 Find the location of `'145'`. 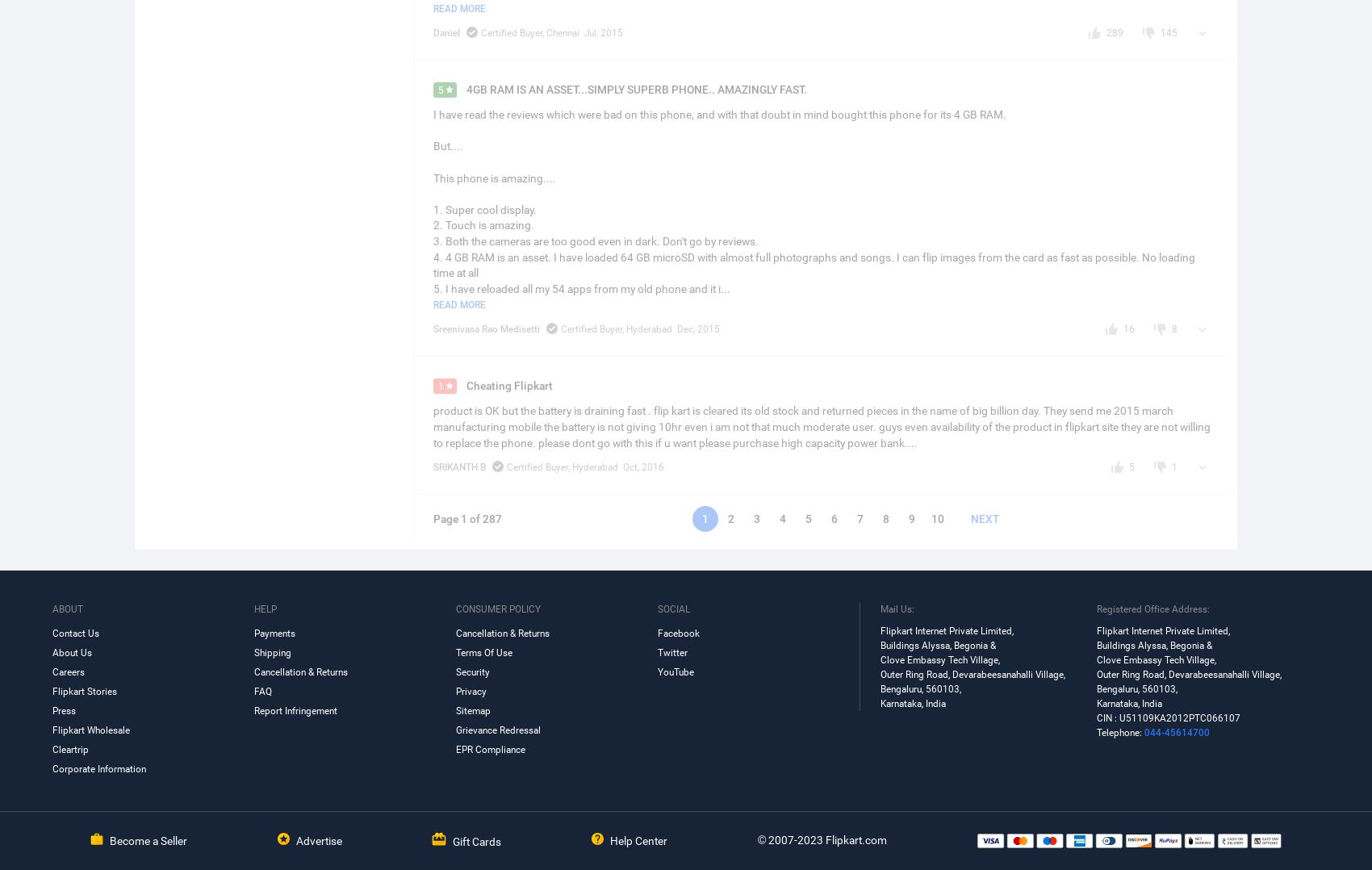

'145' is located at coordinates (1168, 31).